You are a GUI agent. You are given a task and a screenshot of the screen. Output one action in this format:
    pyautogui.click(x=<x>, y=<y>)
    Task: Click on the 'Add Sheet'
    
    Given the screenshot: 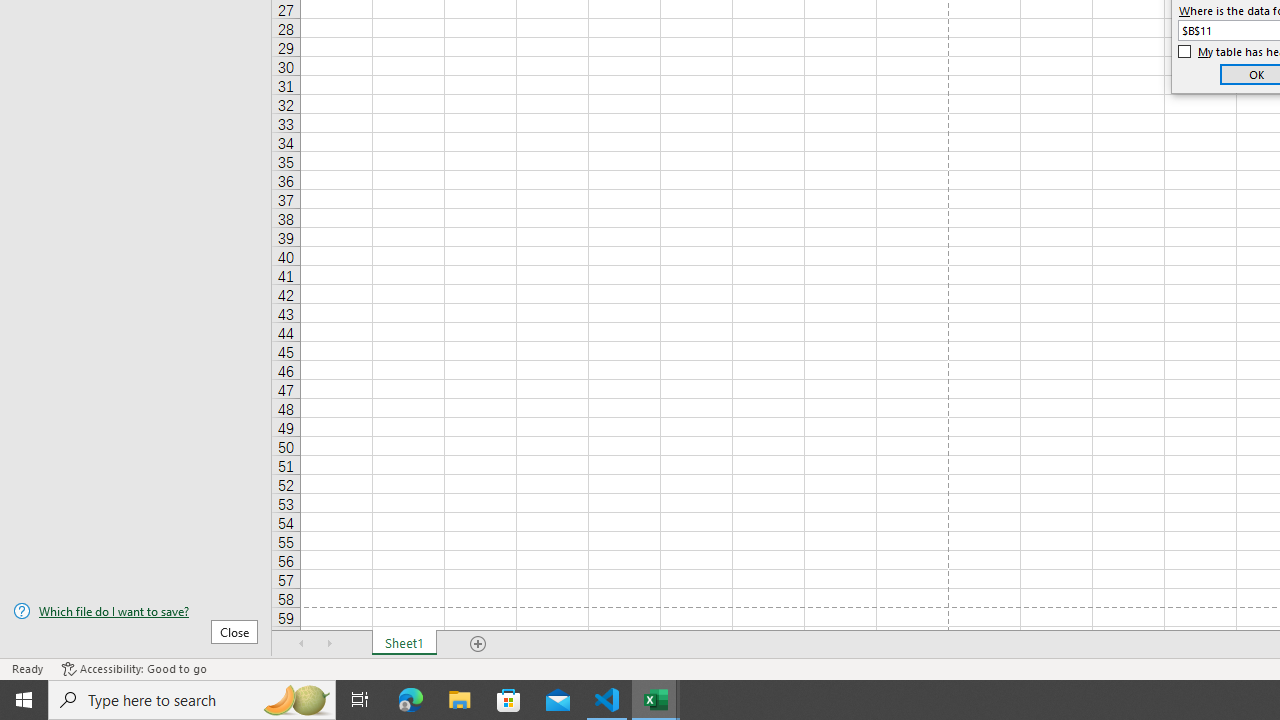 What is the action you would take?
    pyautogui.click(x=477, y=644)
    